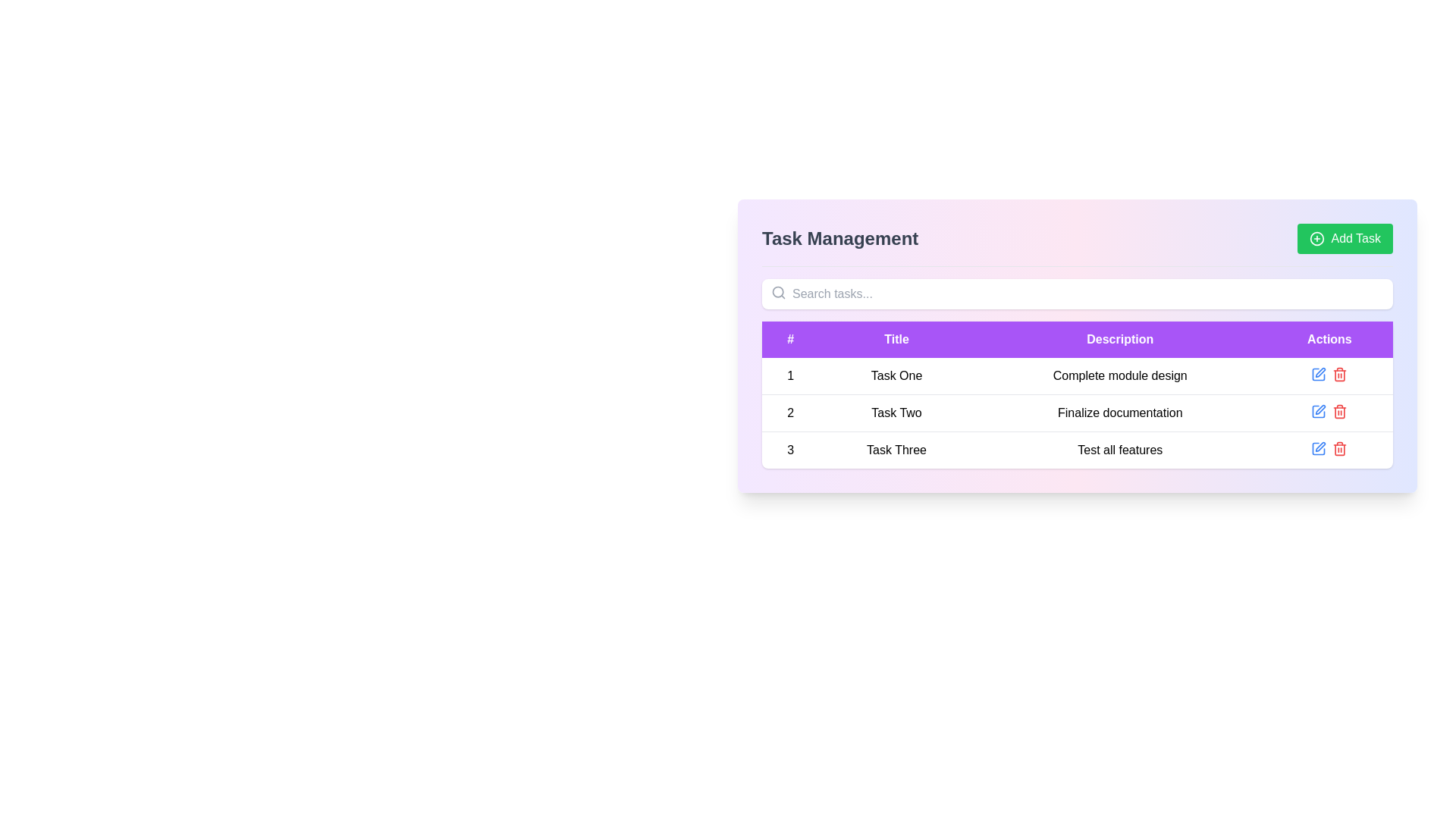  Describe the element at coordinates (1120, 413) in the screenshot. I see `the Plain text label displaying 'Finalize documentation', which is located in the second row of the table under the 'Description' column` at that location.